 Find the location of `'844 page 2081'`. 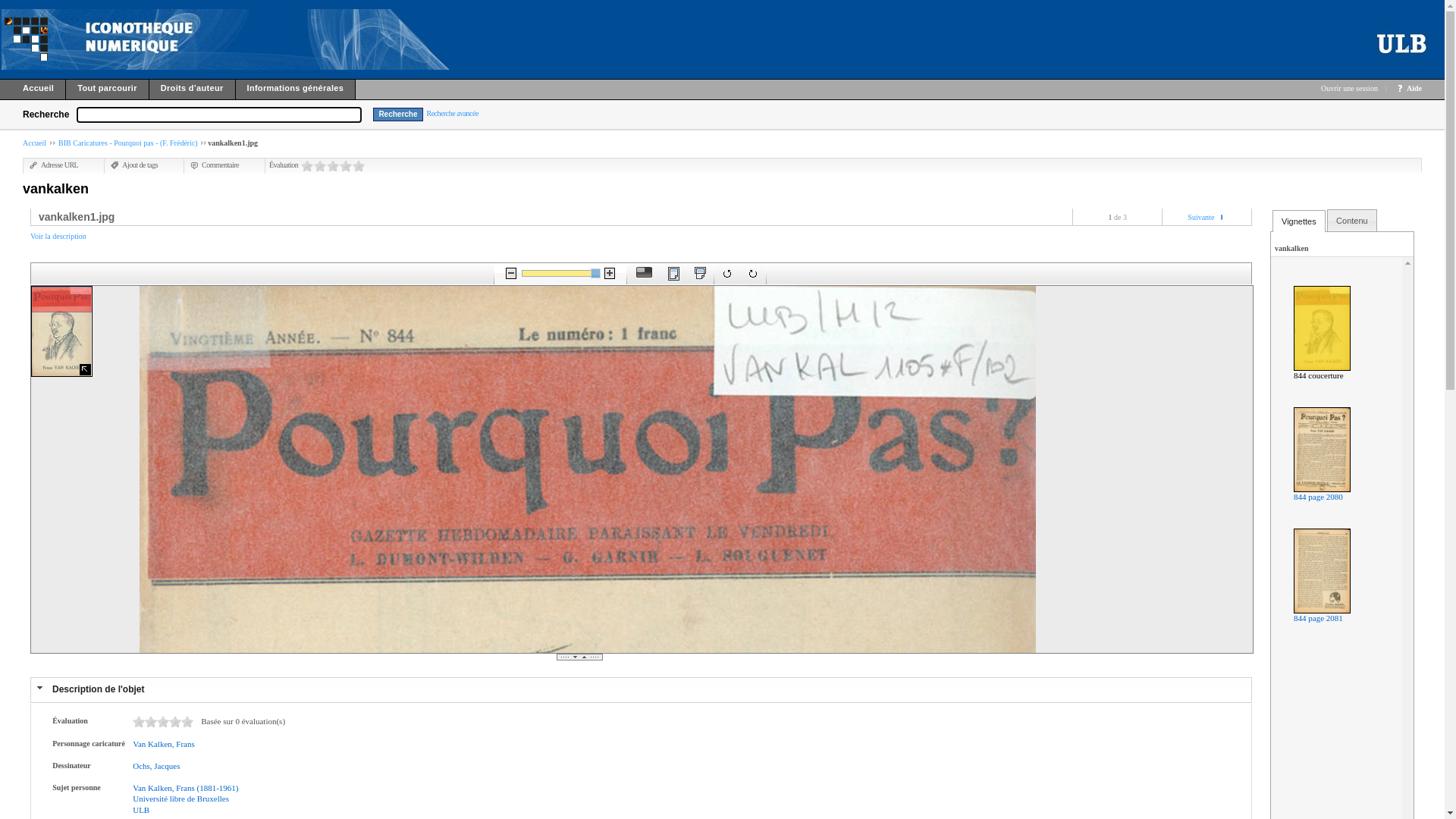

'844 page 2081' is located at coordinates (1317, 617).